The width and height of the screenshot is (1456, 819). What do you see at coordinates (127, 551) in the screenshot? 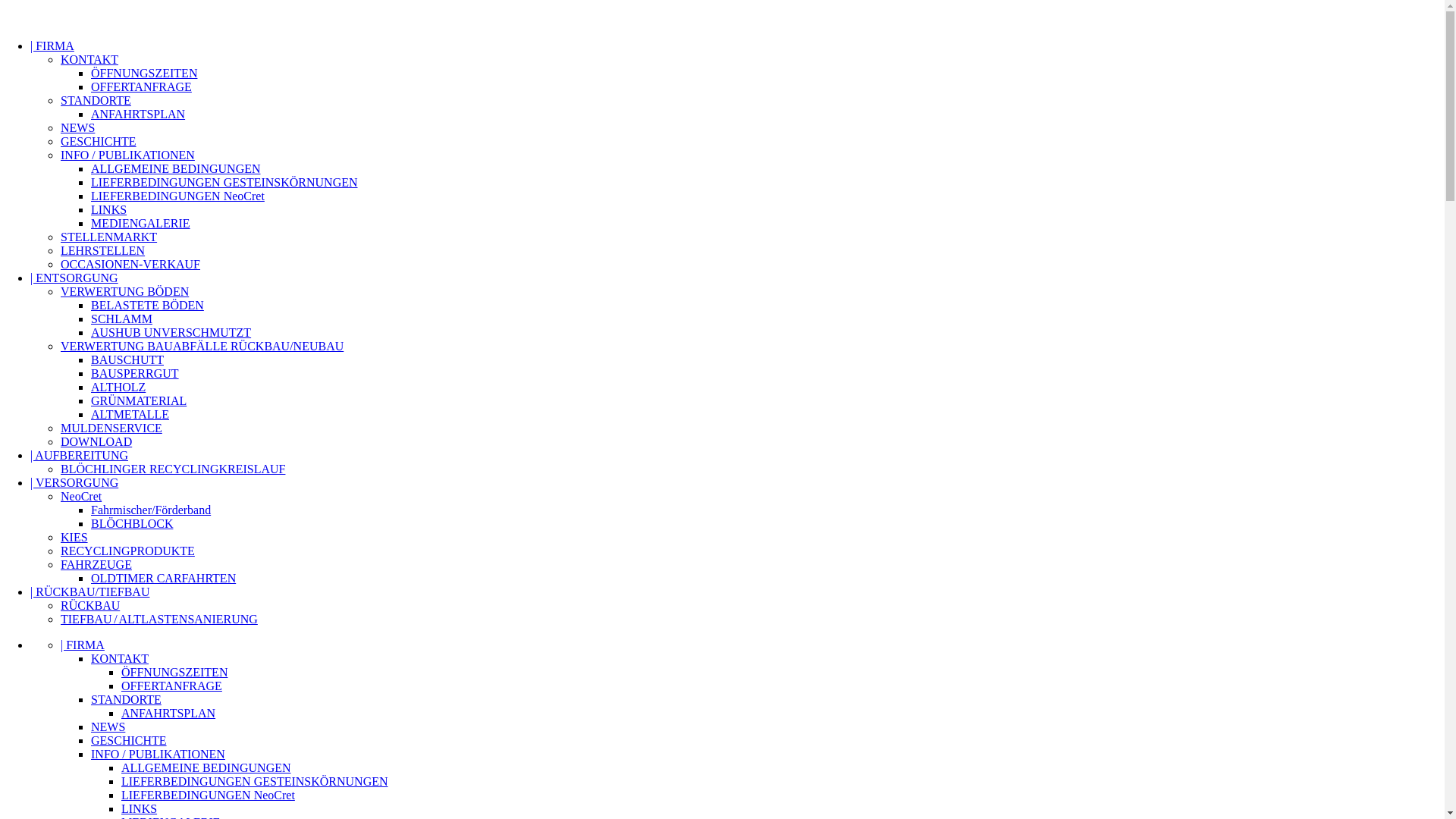
I see `'RECYCLINGPRODUKTE'` at bounding box center [127, 551].